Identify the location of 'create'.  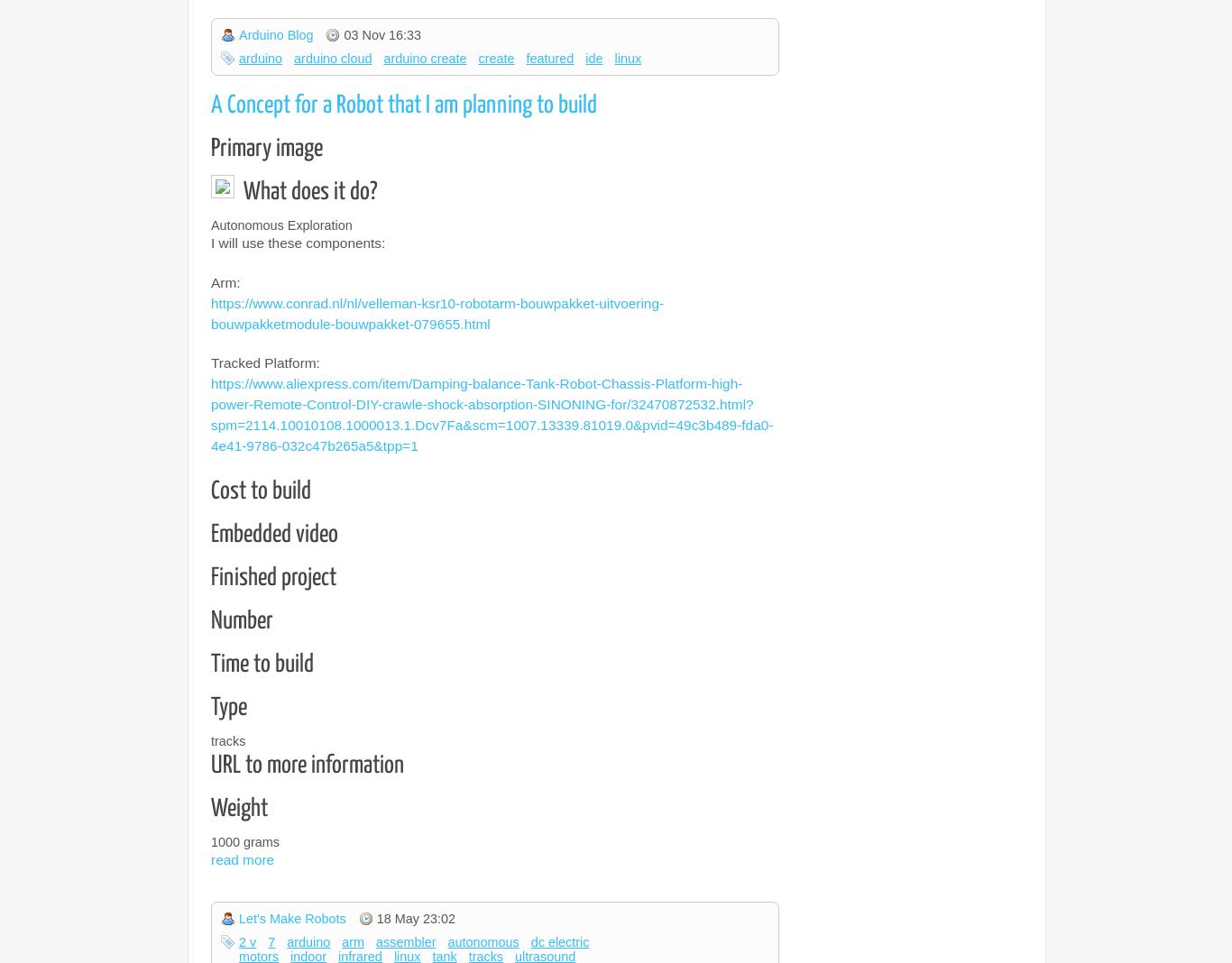
(495, 56).